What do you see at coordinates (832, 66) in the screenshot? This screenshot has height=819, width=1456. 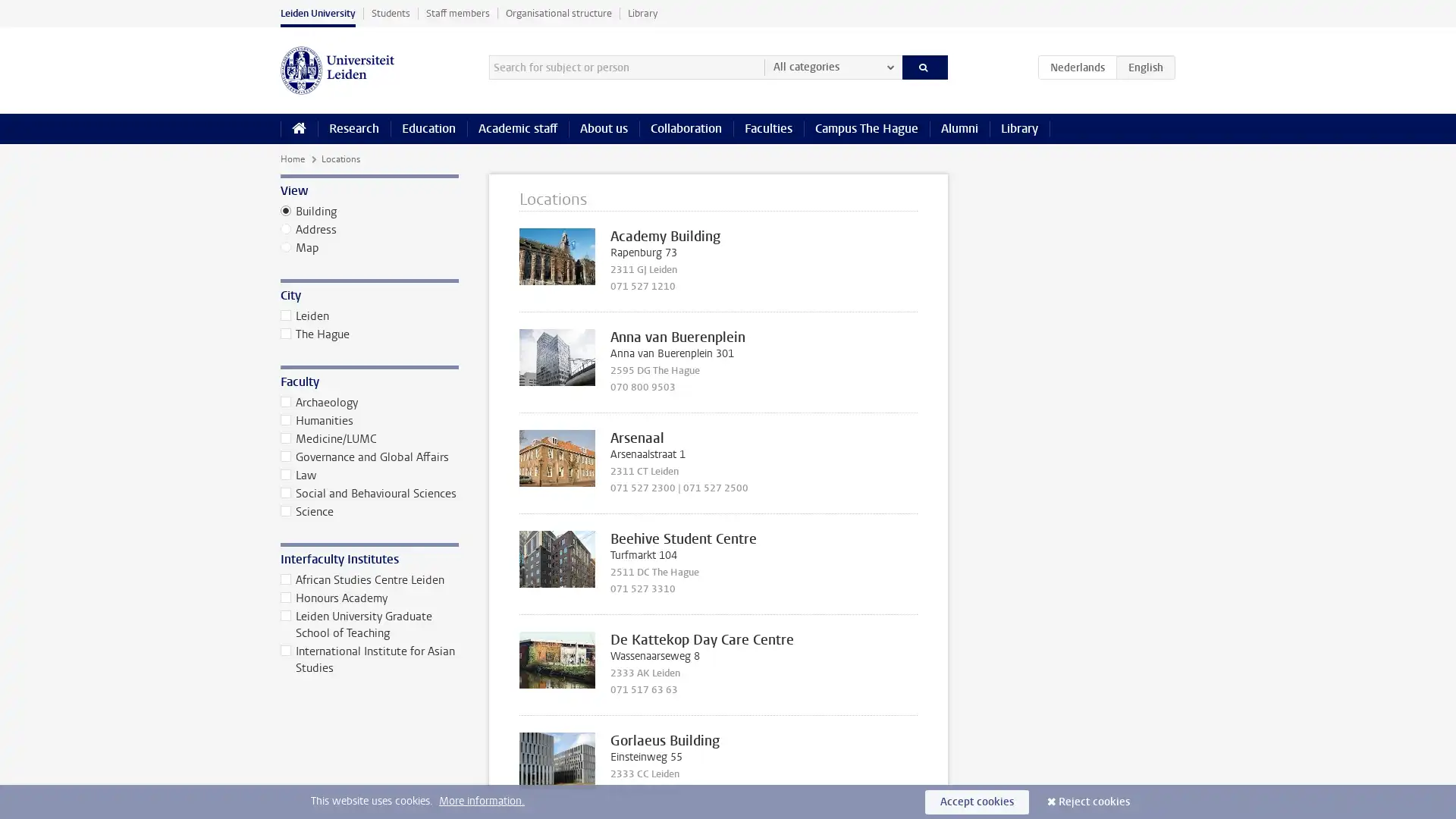 I see `All categories` at bounding box center [832, 66].